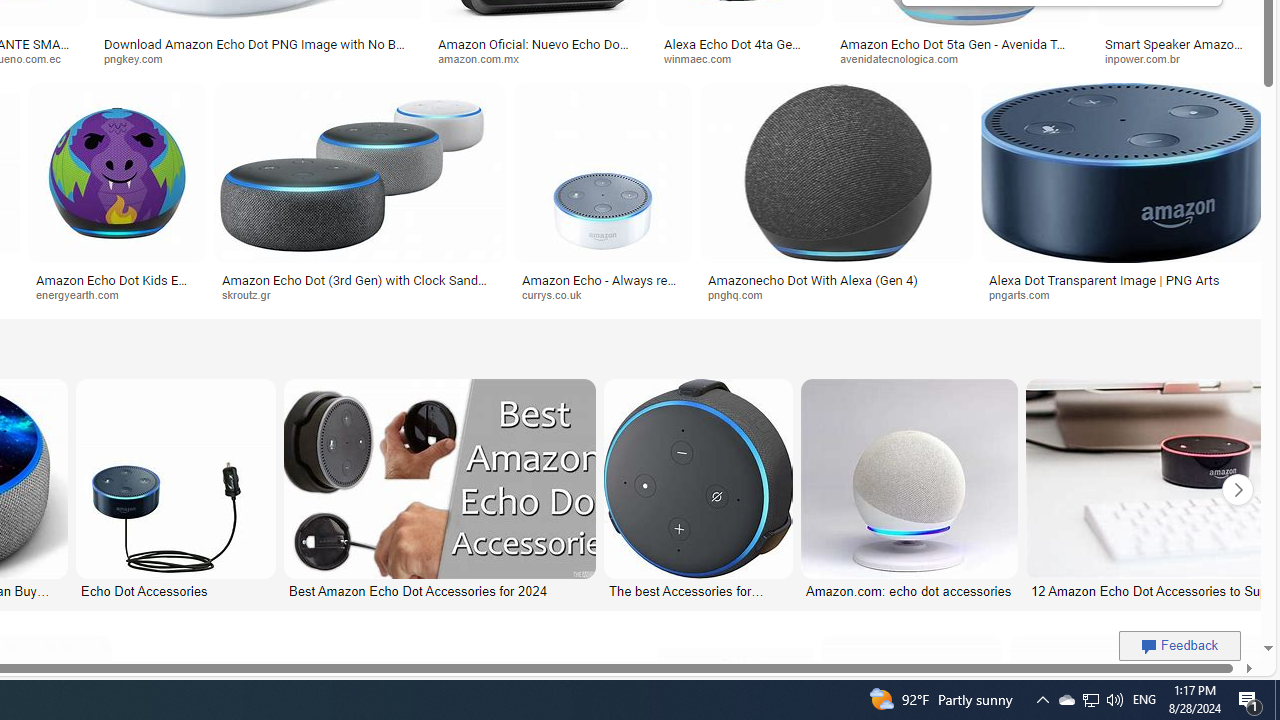  Describe the element at coordinates (741, 294) in the screenshot. I see `'pnghq.com'` at that location.